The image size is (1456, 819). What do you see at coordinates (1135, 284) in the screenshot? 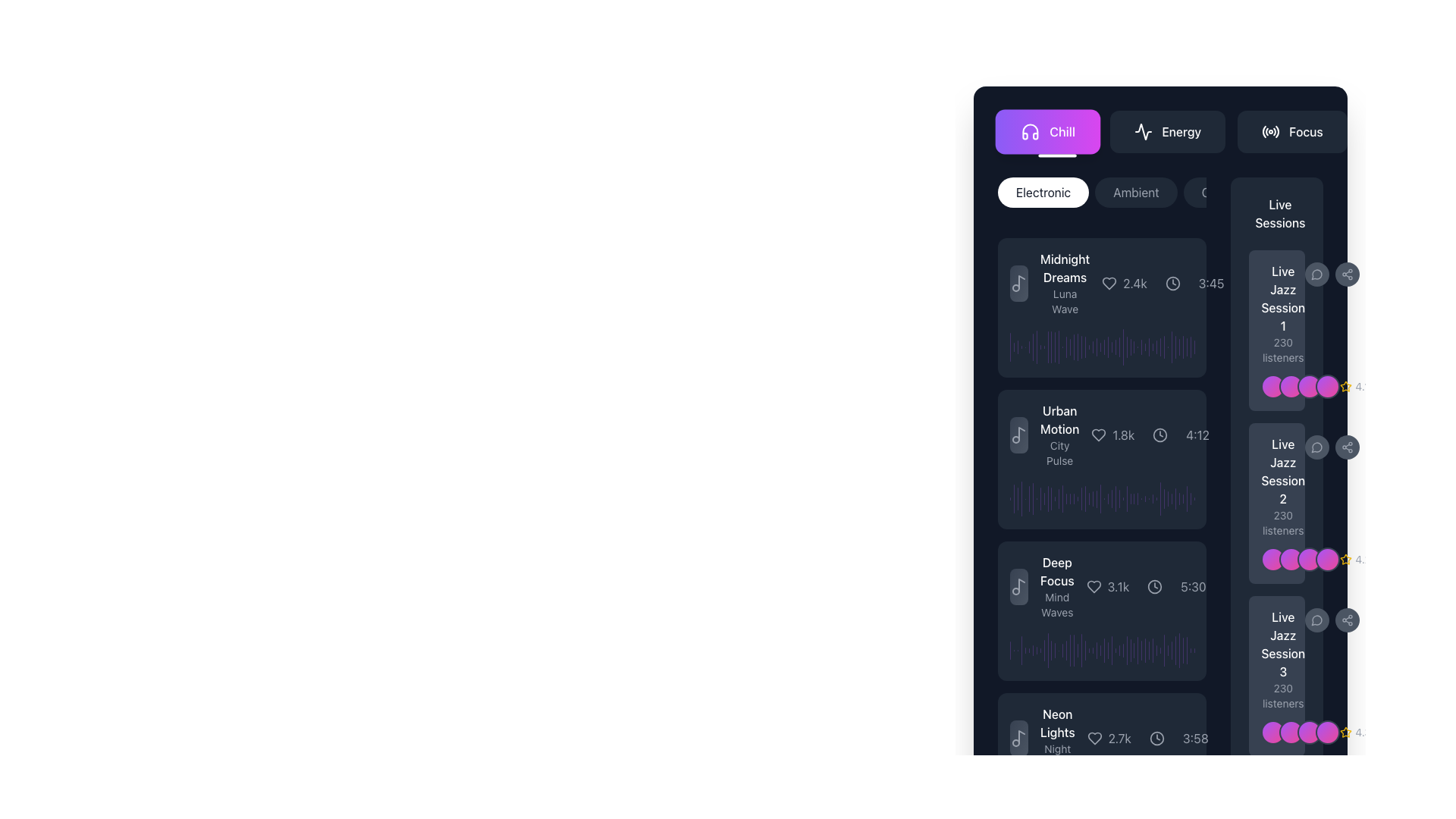
I see `numeric indicator '2.4k' displayed in white on a dark background, located at the bottom-right corner of the card for 'Midnight Dreams', to understand its value` at bounding box center [1135, 284].